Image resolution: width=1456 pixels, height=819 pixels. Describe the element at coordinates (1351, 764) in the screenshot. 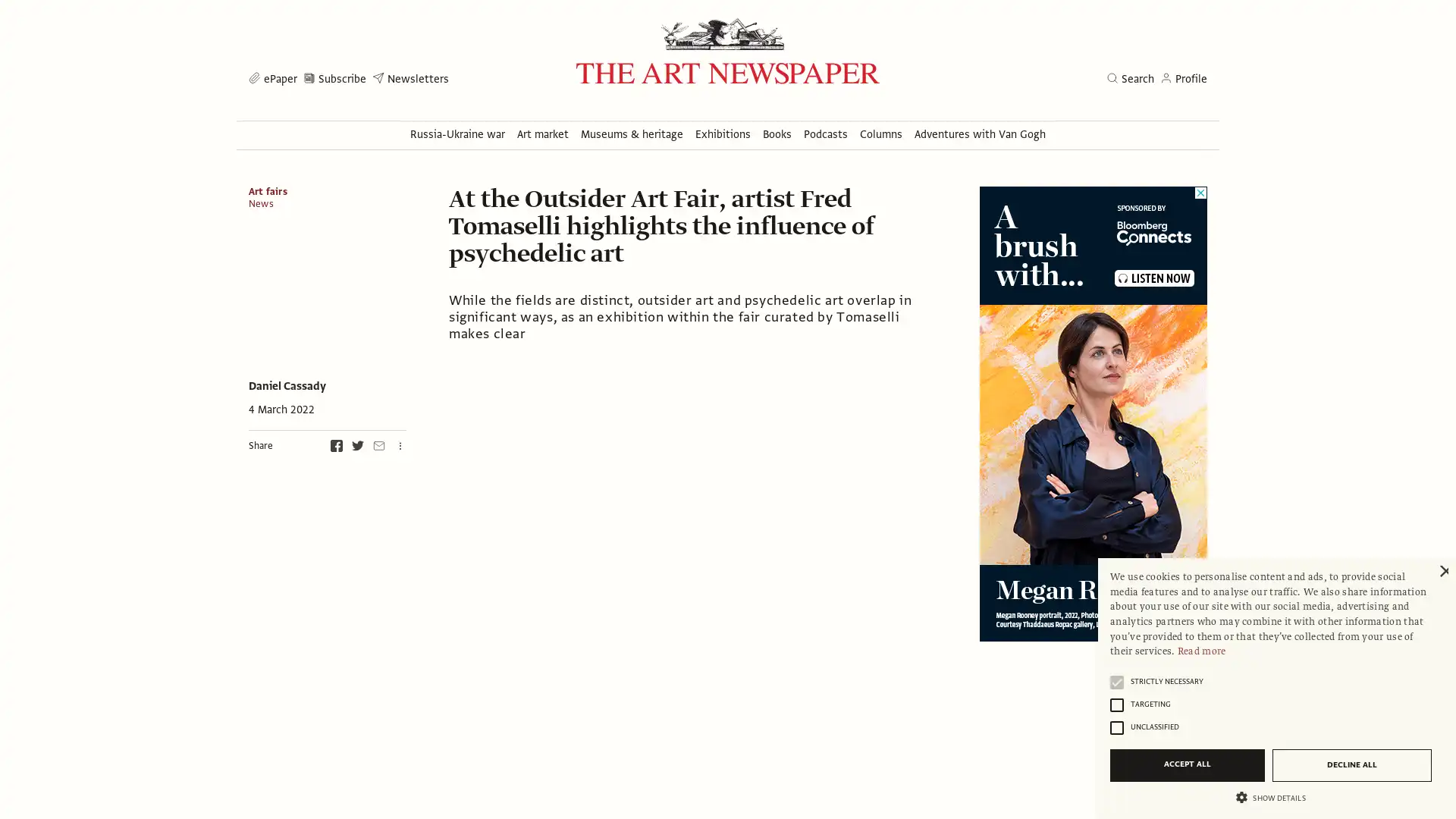

I see `DECLINE ALL` at that location.